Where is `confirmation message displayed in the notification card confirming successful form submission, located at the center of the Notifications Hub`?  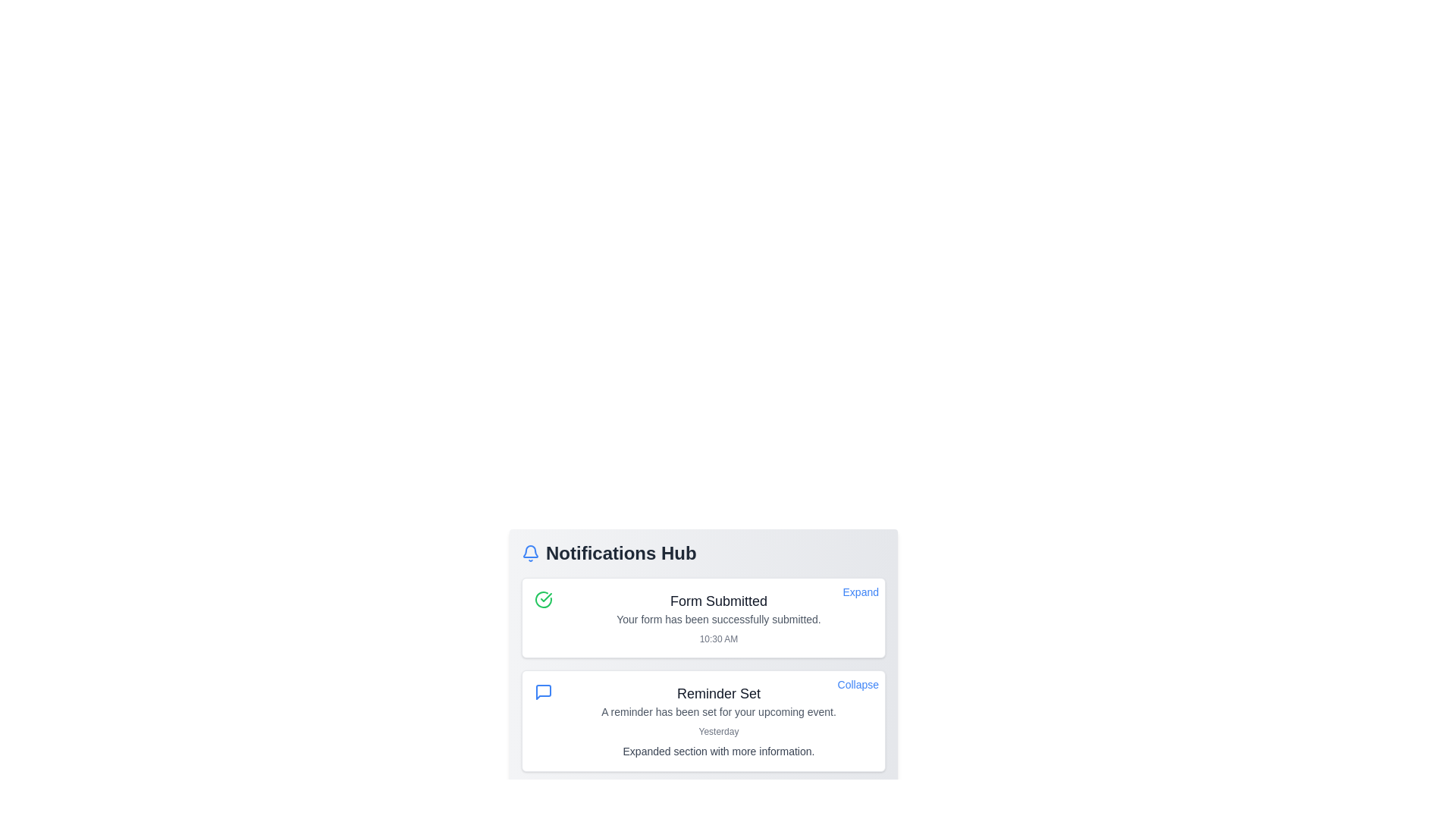 confirmation message displayed in the notification card confirming successful form submission, located at the center of the Notifications Hub is located at coordinates (718, 617).